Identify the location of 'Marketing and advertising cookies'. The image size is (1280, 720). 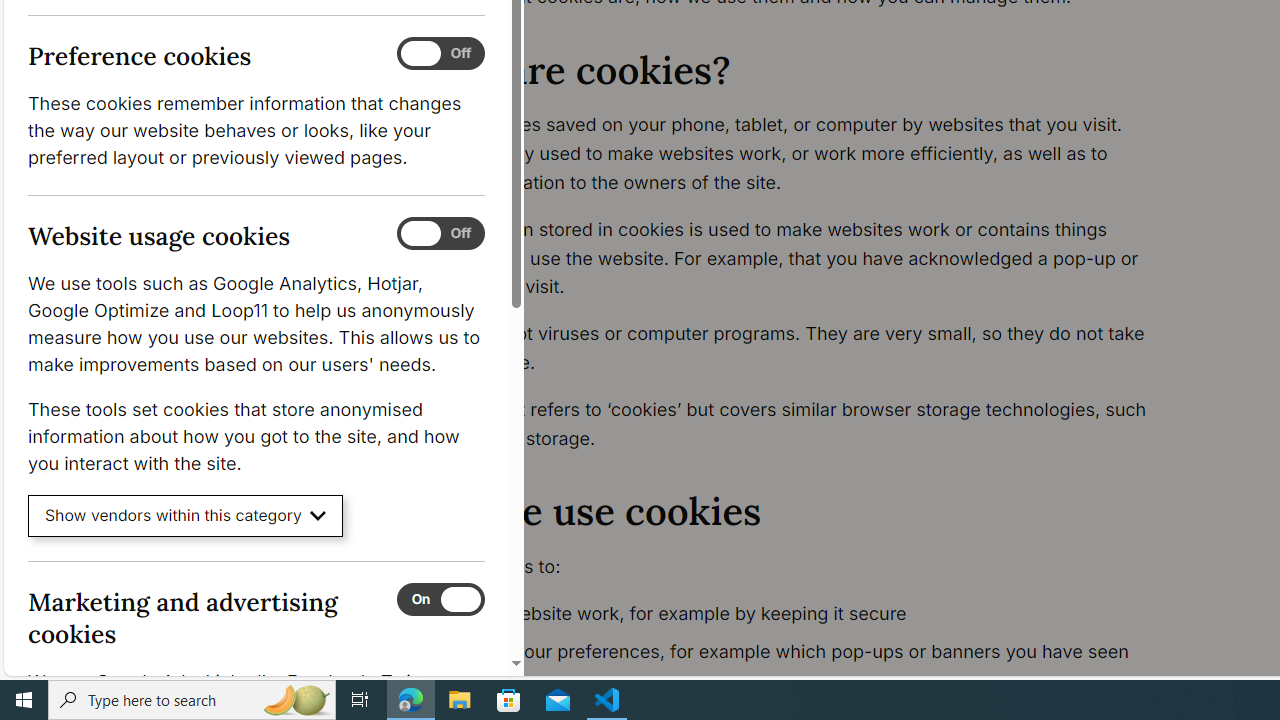
(439, 598).